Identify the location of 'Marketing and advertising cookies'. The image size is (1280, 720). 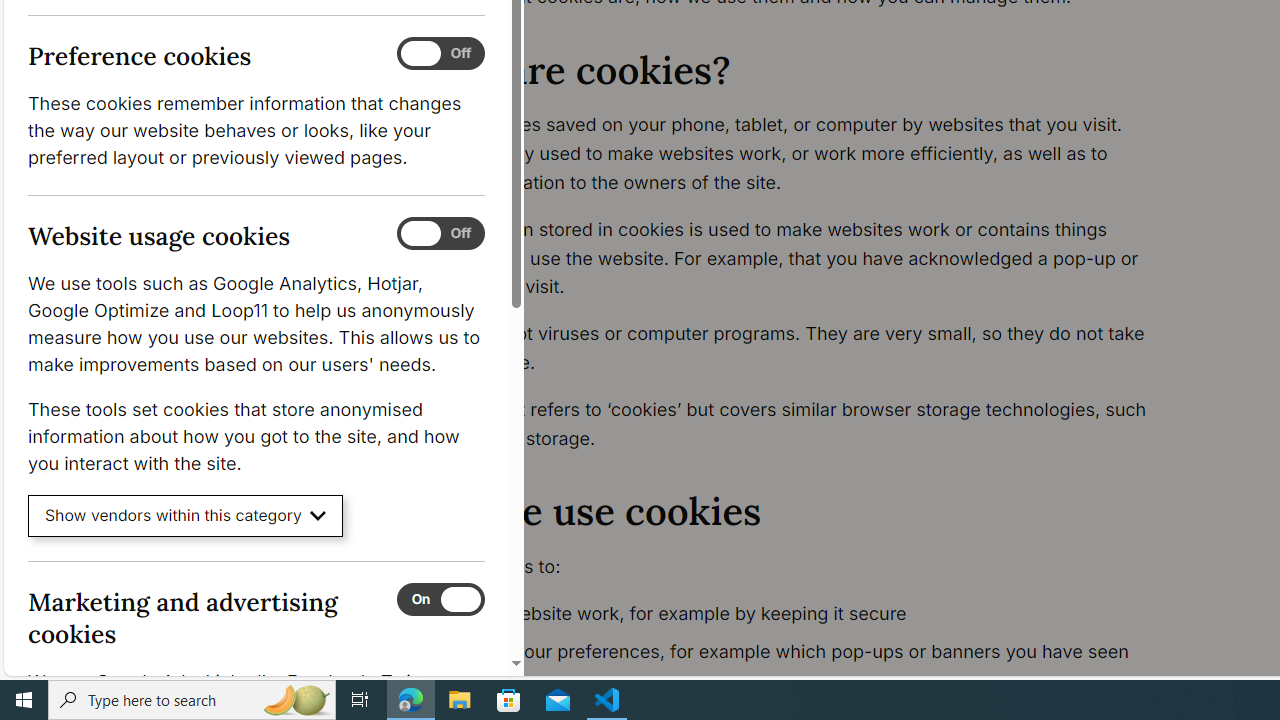
(439, 598).